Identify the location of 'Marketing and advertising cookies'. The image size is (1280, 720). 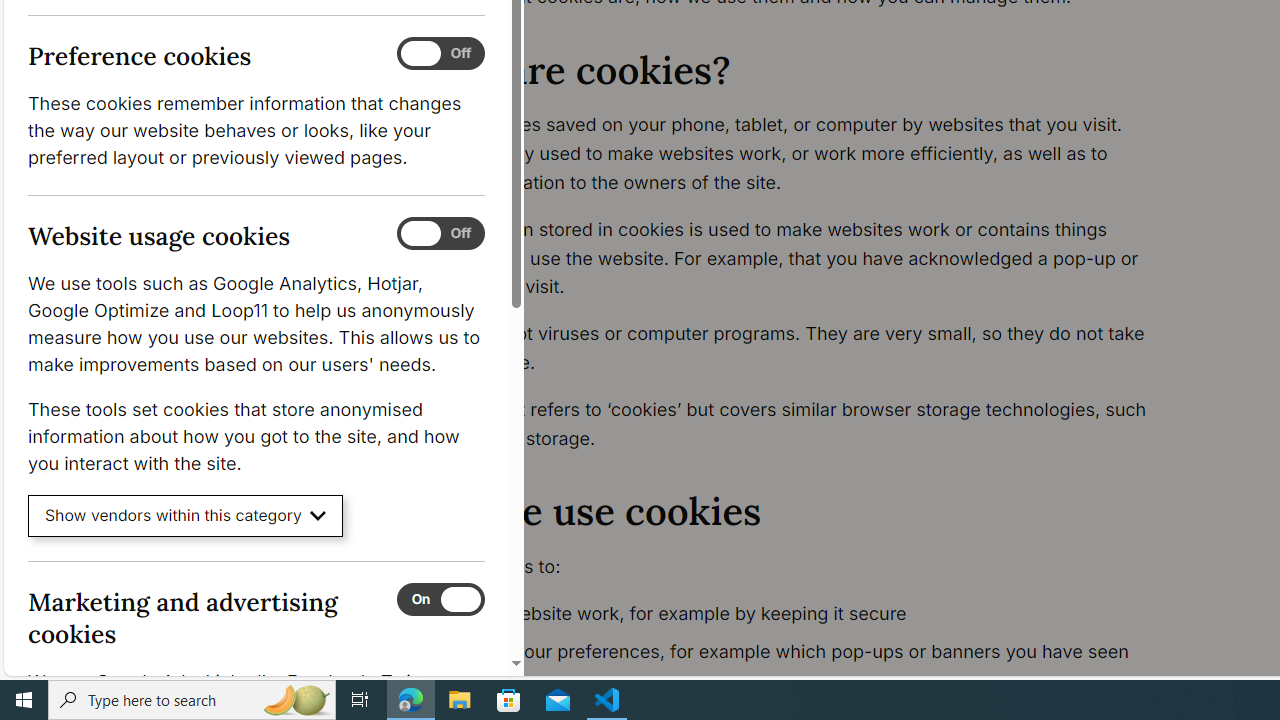
(439, 598).